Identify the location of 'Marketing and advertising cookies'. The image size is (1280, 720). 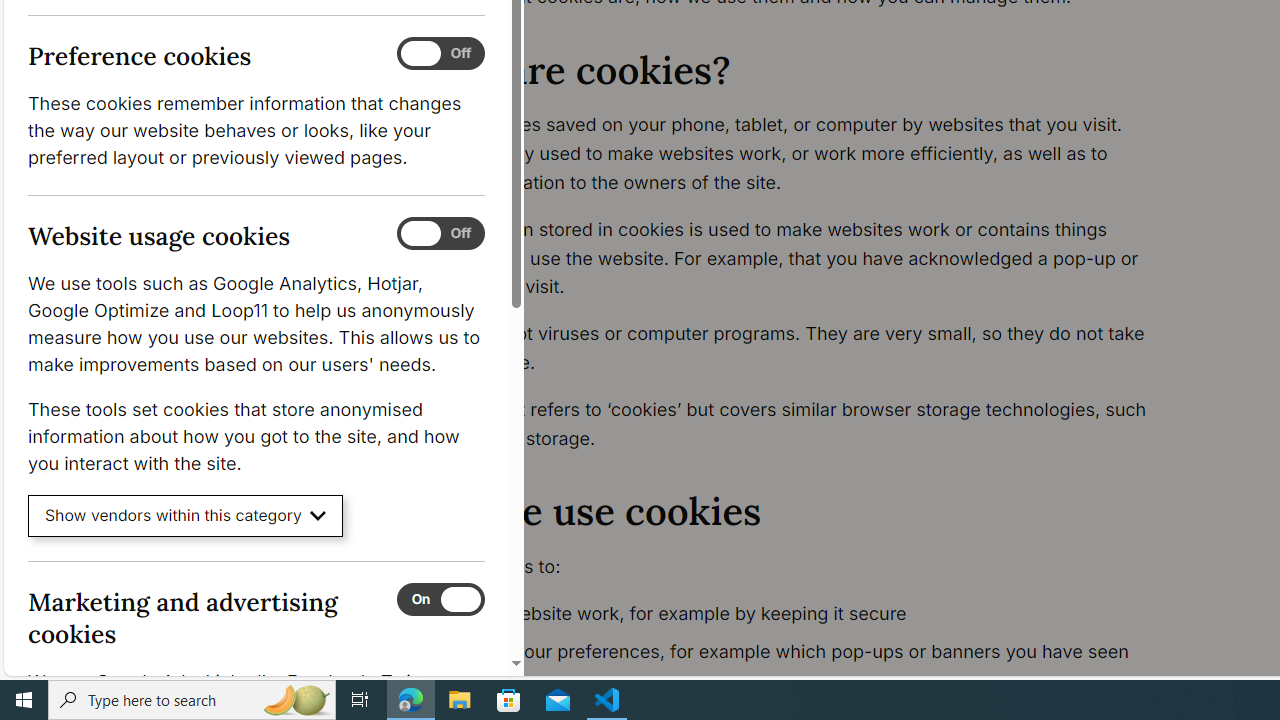
(439, 598).